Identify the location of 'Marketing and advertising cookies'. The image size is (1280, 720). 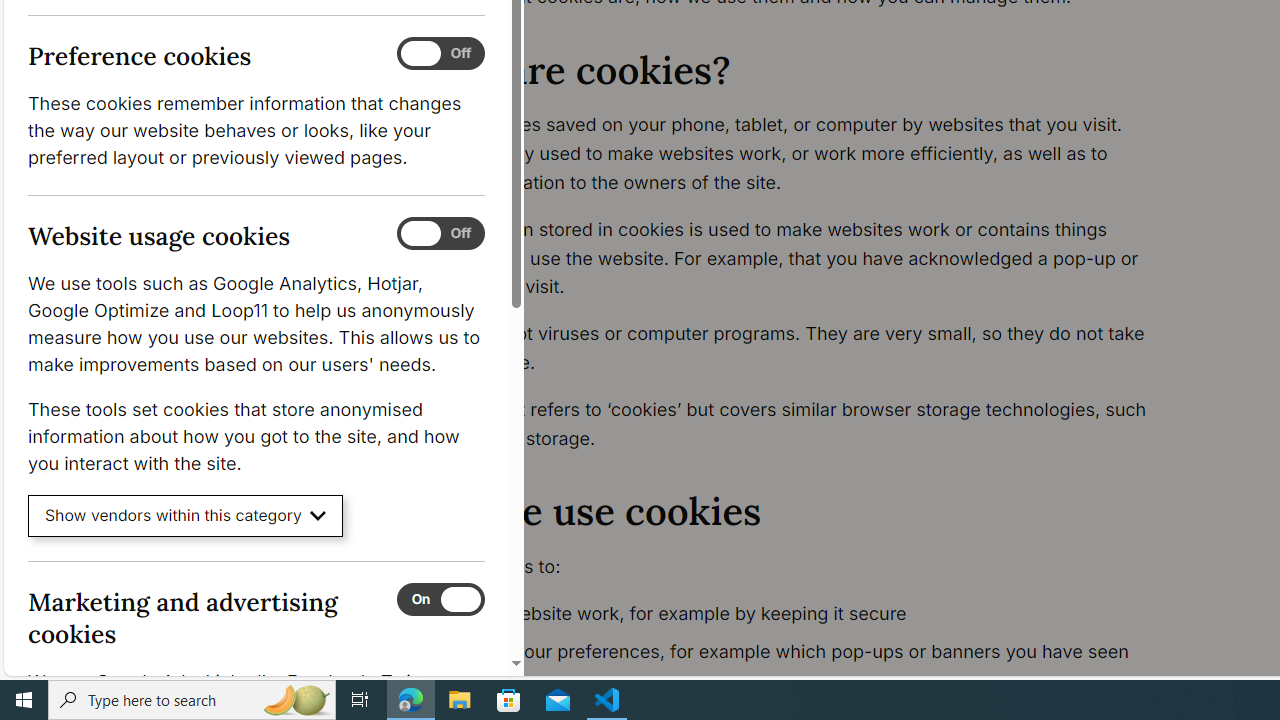
(439, 598).